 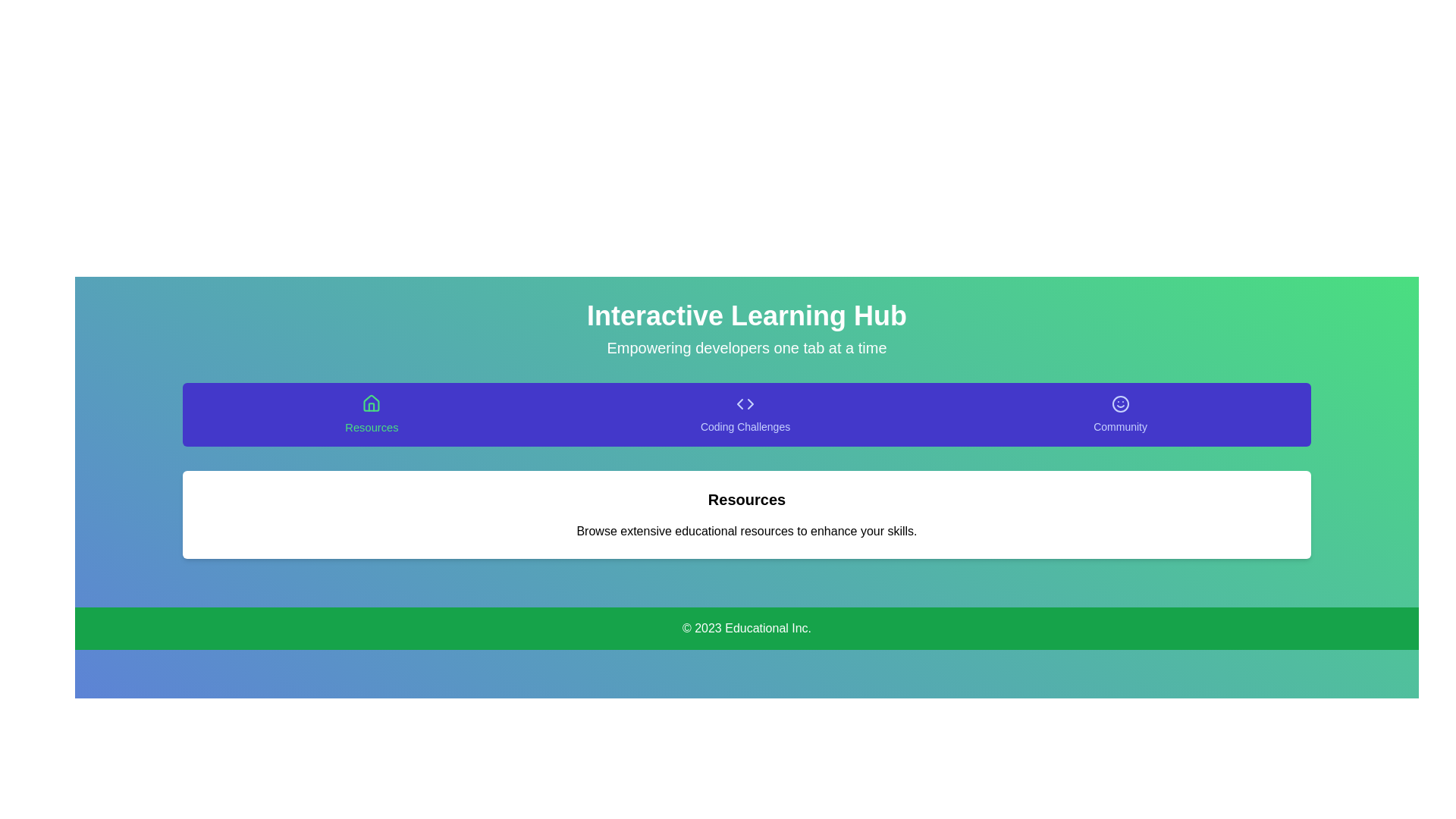 I want to click on the Coding Challenges tab to activate its content, so click(x=745, y=415).